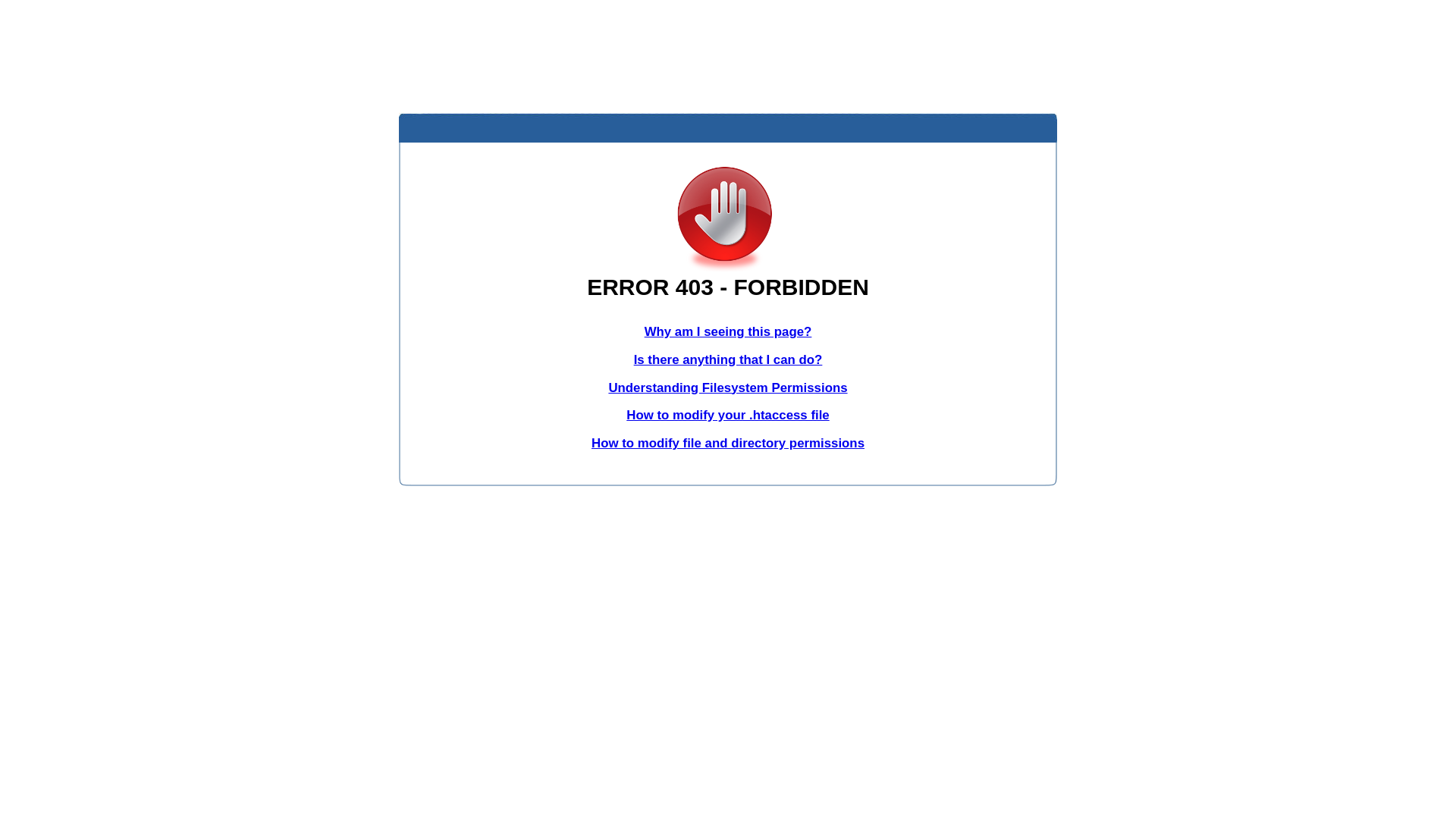 Image resolution: width=1456 pixels, height=819 pixels. Describe the element at coordinates (726, 415) in the screenshot. I see `'How to modify your .htaccess file'` at that location.